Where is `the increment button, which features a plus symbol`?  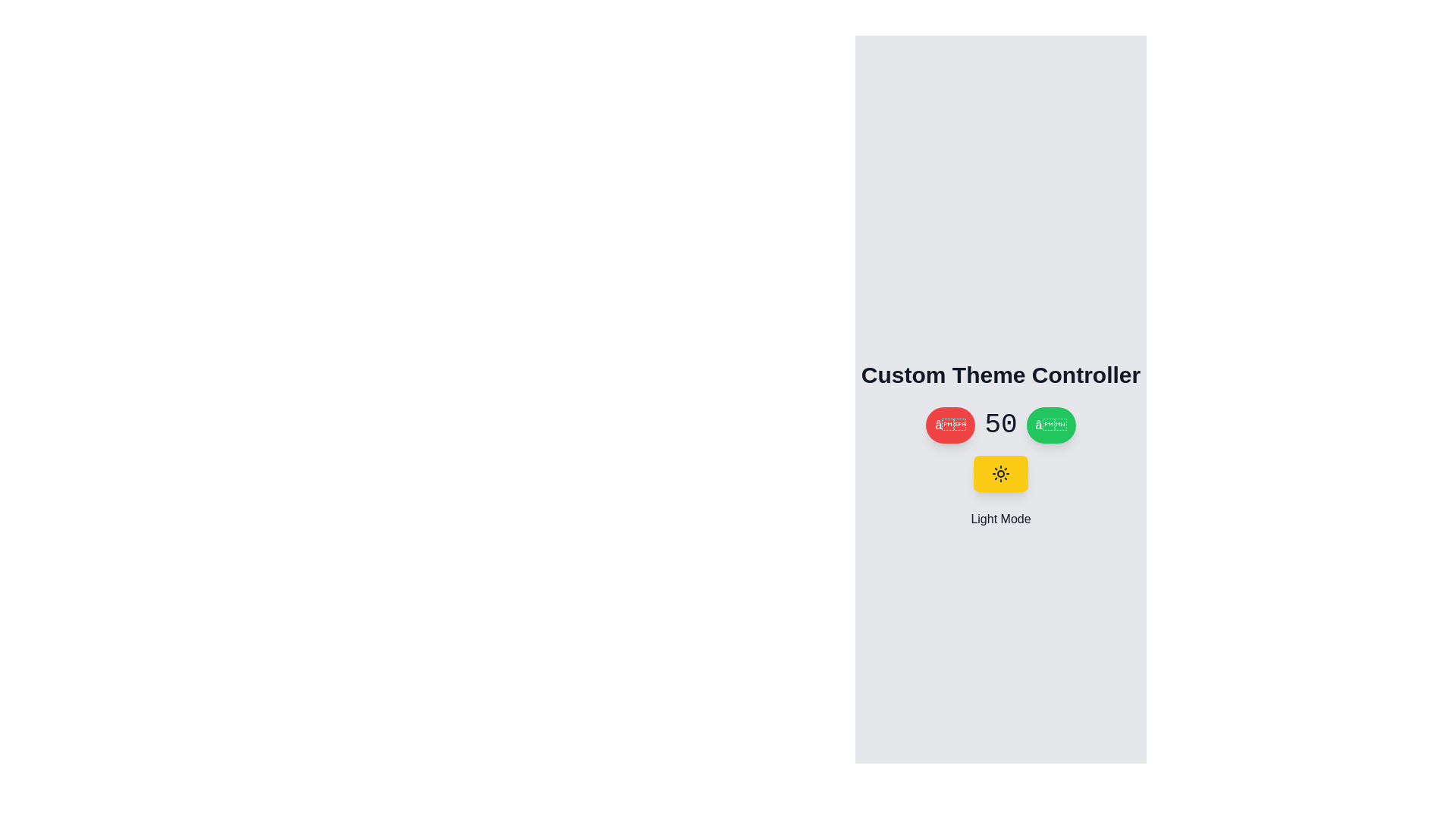 the increment button, which features a plus symbol is located at coordinates (1050, 425).